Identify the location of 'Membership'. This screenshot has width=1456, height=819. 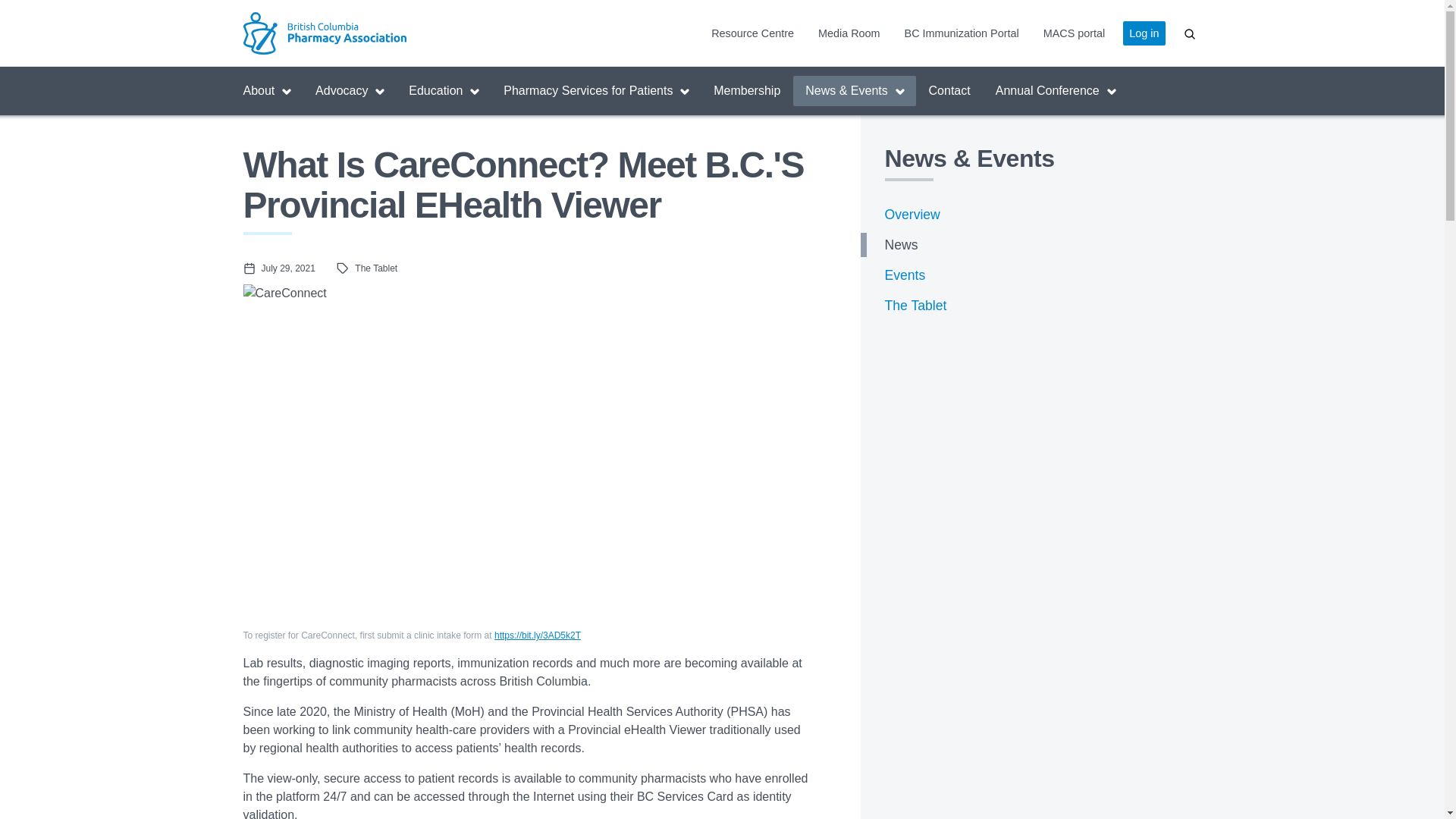
(746, 90).